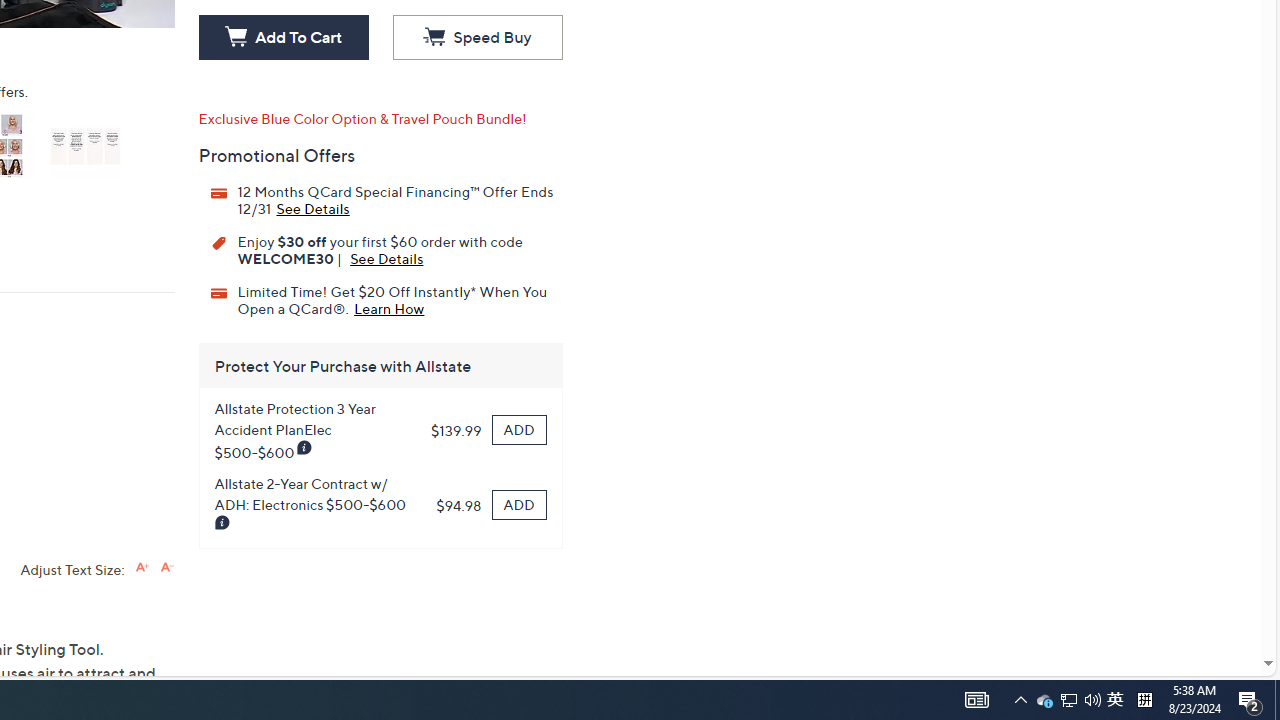 This screenshot has height=720, width=1280. I want to click on 'Decrease font size', so click(167, 567).